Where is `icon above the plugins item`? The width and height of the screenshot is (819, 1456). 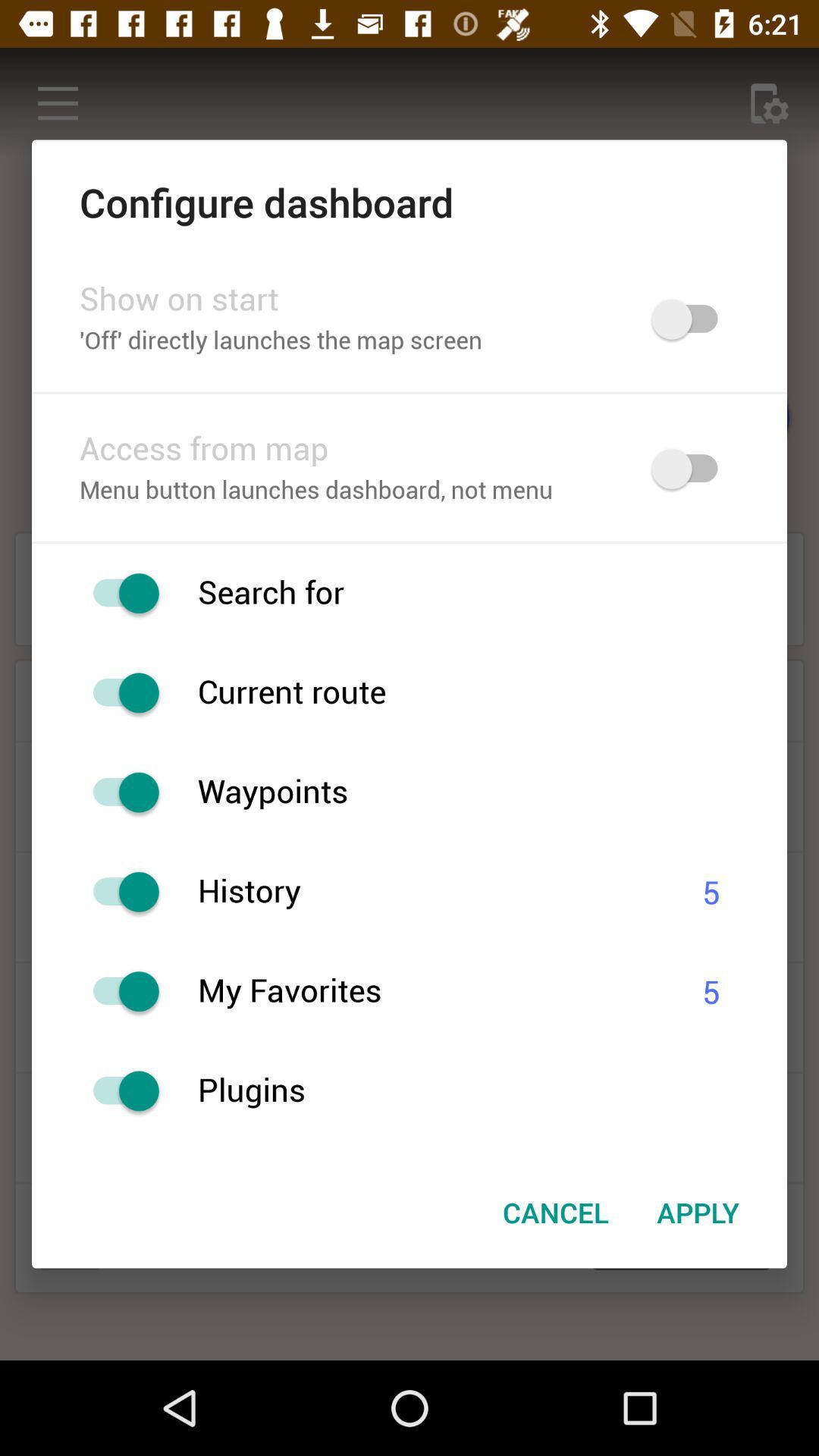 icon above the plugins item is located at coordinates (431, 991).